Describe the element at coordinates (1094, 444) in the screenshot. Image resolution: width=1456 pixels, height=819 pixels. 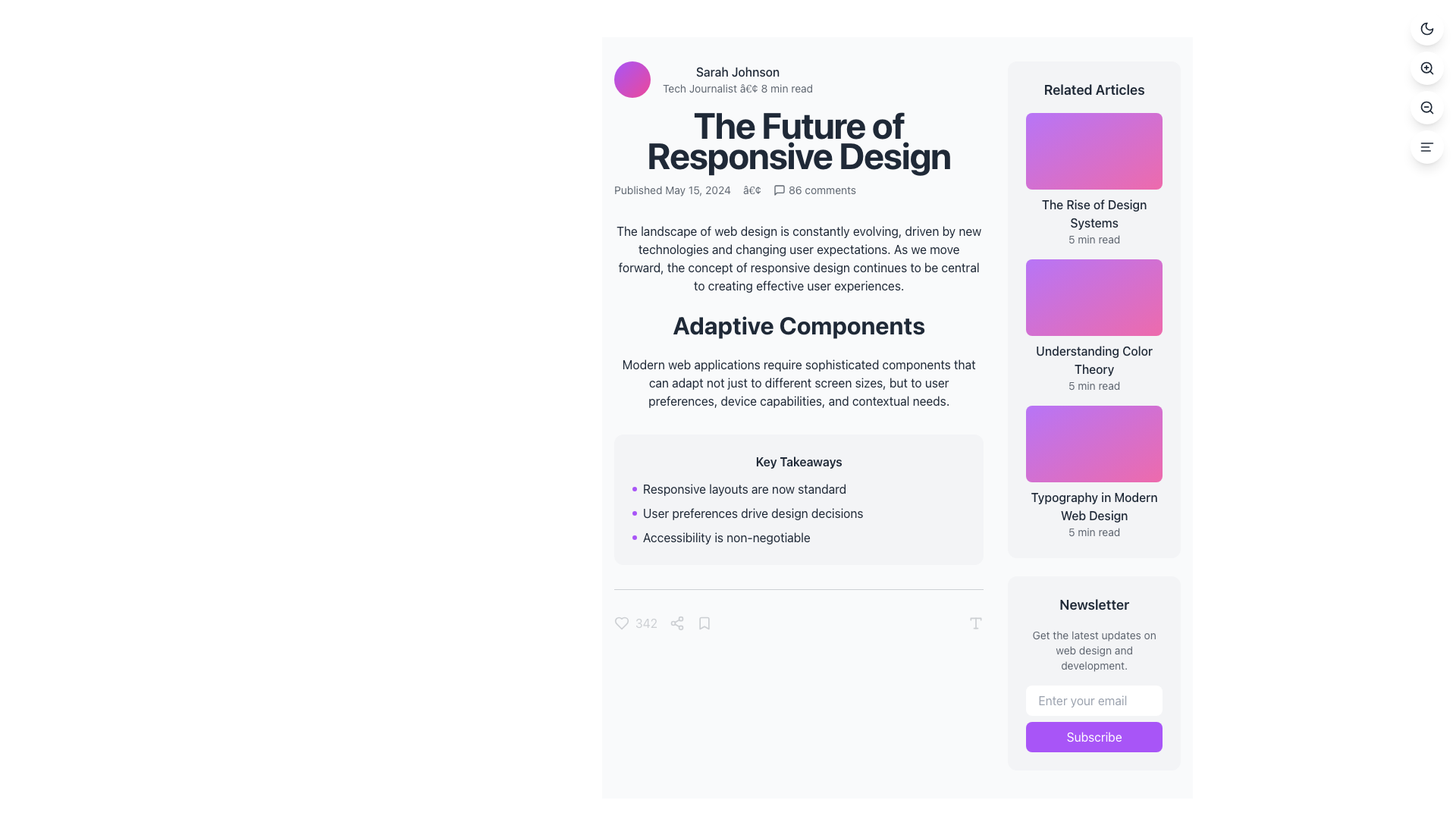
I see `the visual thumbnail representing the article 'Typography in Modern Web Design' located in the 'Related Articles' section` at that location.